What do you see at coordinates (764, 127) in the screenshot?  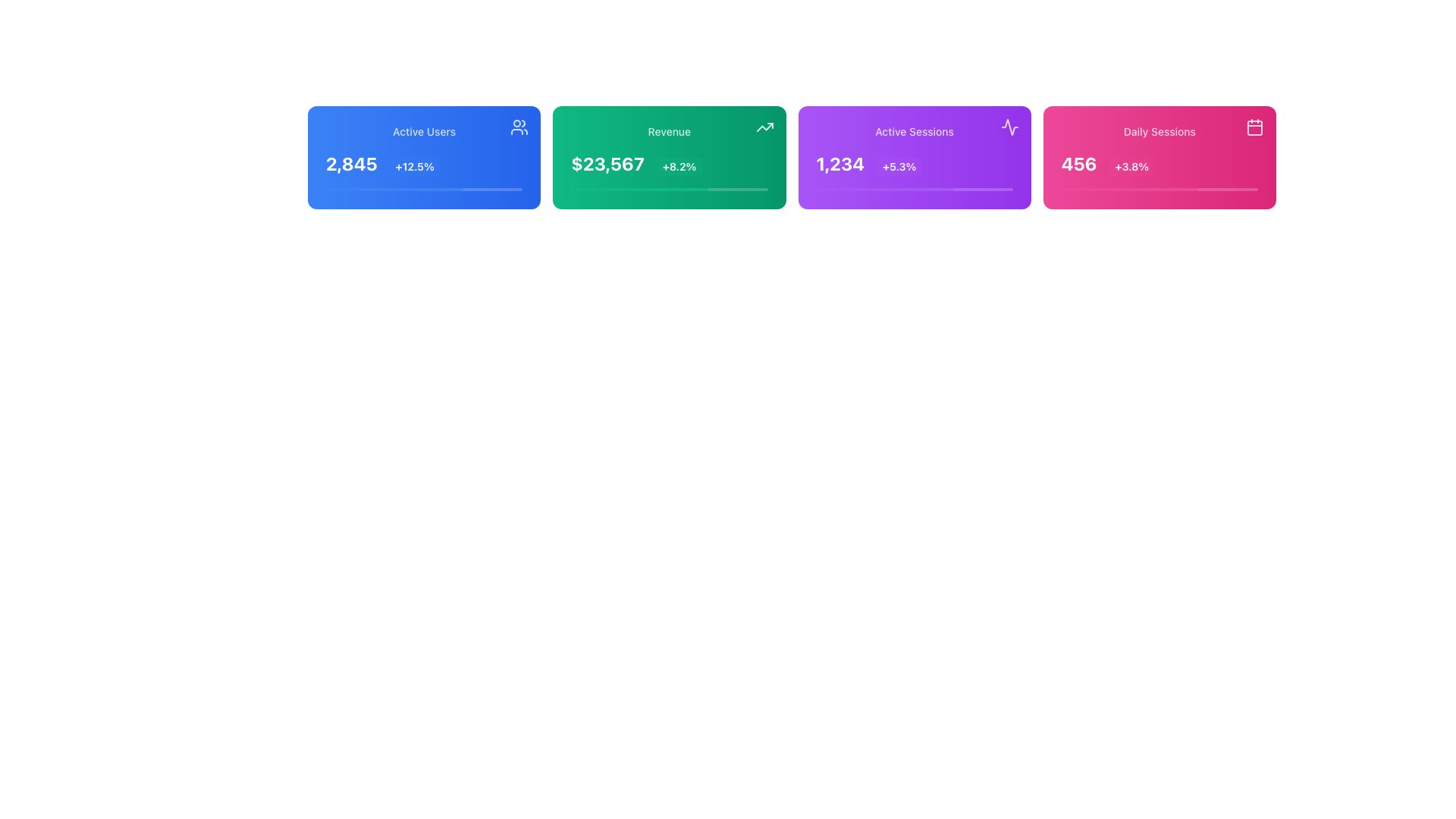 I see `the upward trending arrow icon located at the top-right corner of the green rectangular card titled 'Revenue'` at bounding box center [764, 127].